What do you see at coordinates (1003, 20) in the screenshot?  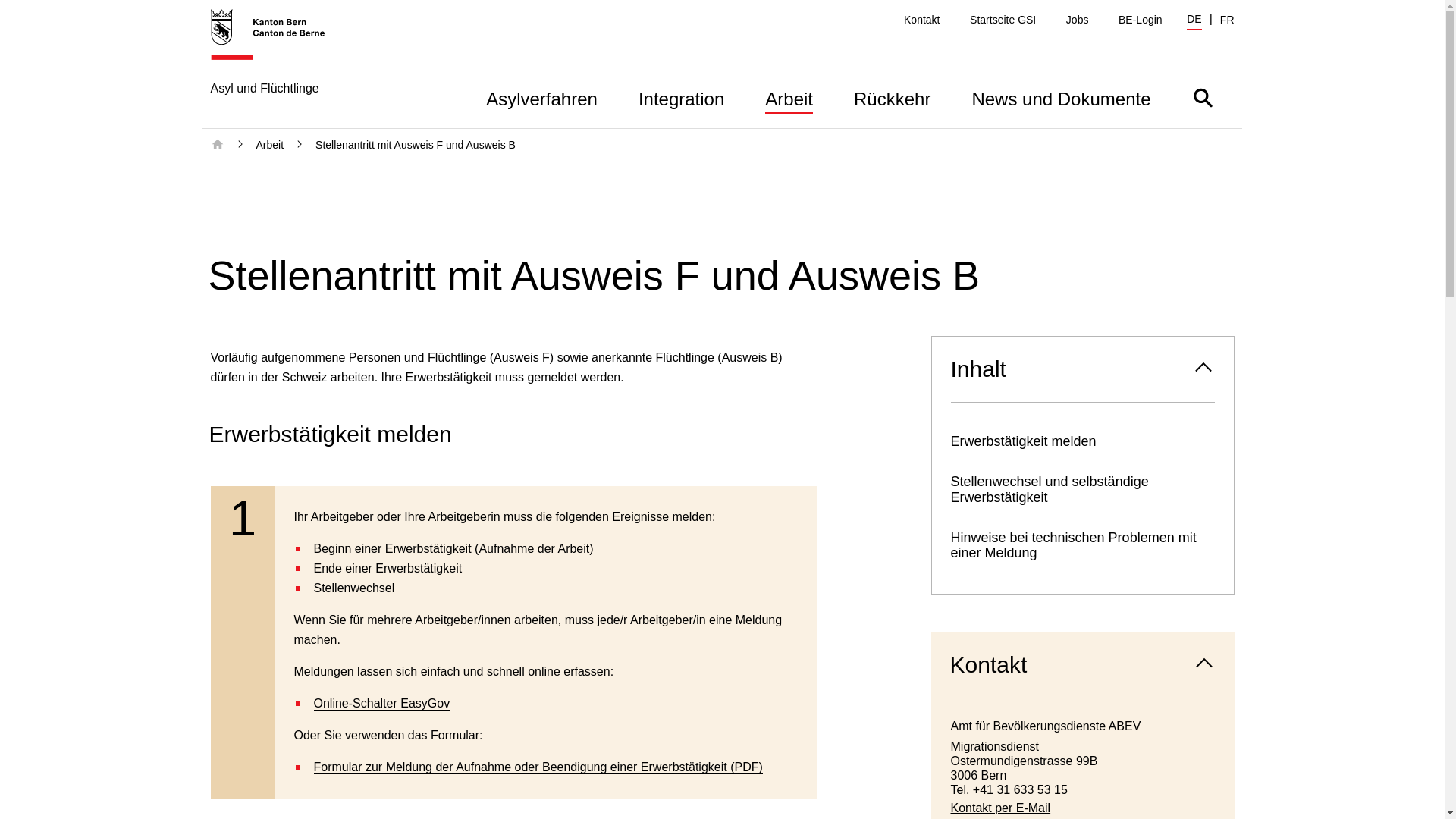 I see `'Startseite GSI'` at bounding box center [1003, 20].